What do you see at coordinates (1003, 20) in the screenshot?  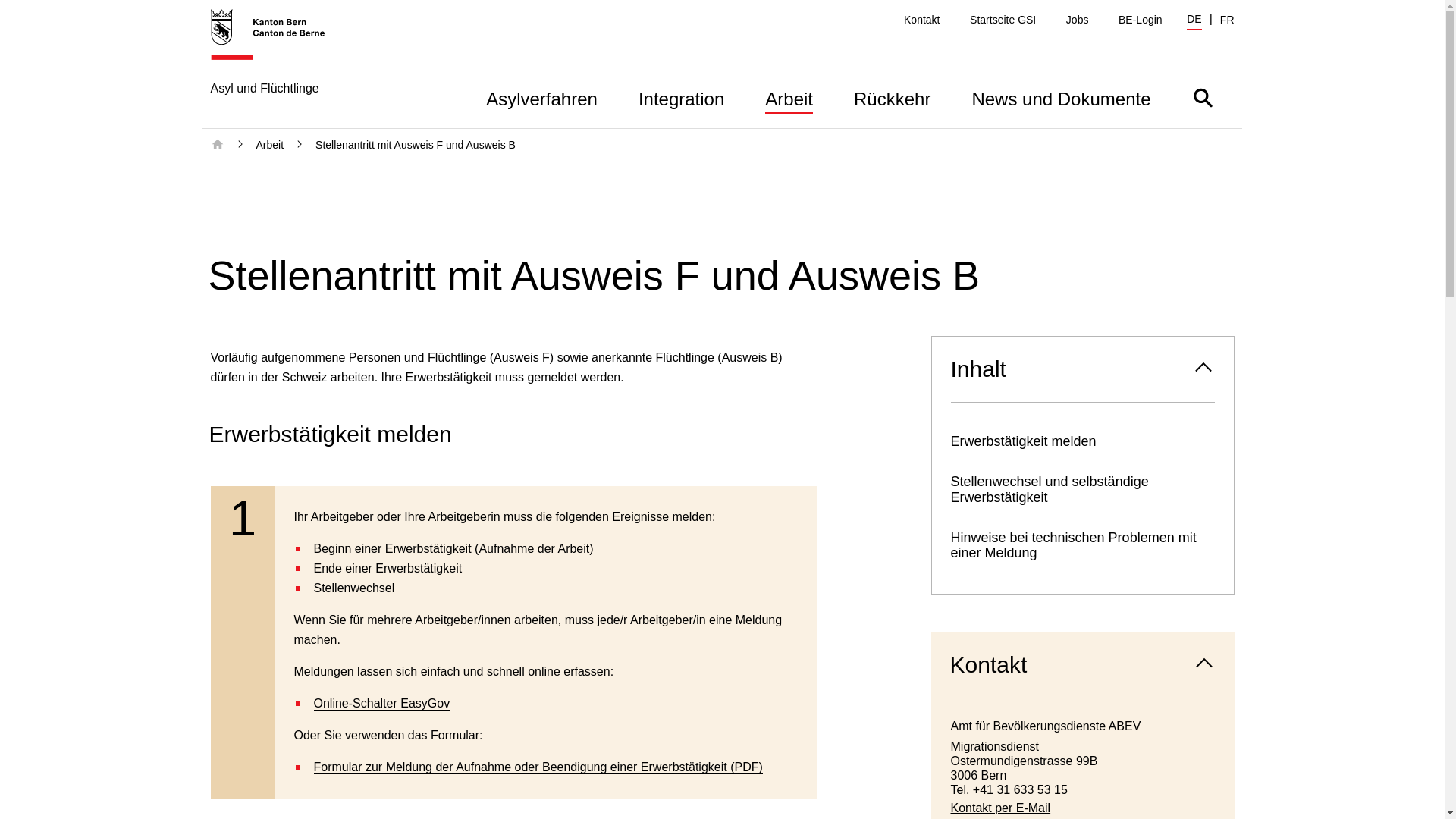 I see `'Startseite GSI'` at bounding box center [1003, 20].